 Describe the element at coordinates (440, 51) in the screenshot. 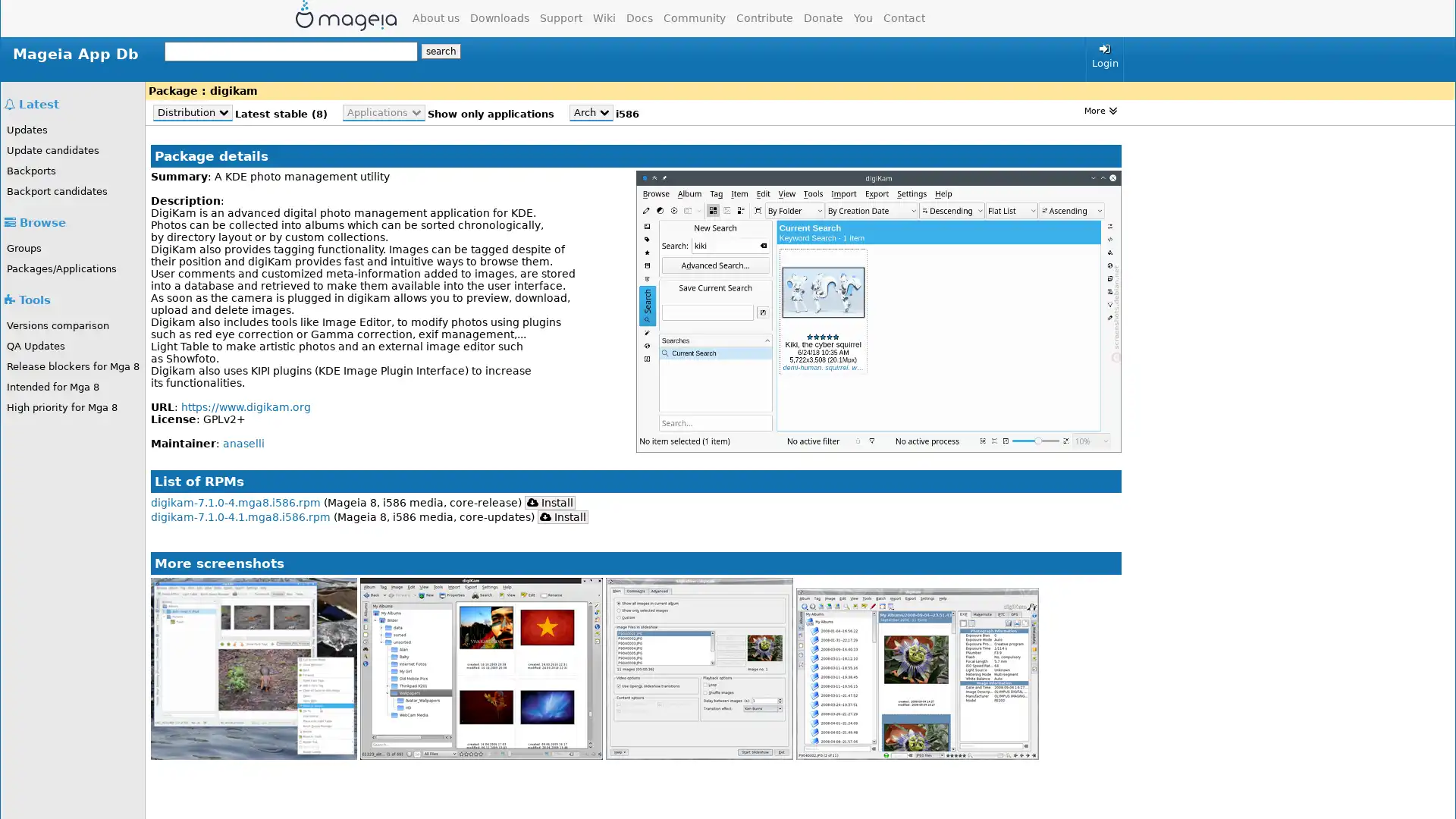

I see `search` at that location.